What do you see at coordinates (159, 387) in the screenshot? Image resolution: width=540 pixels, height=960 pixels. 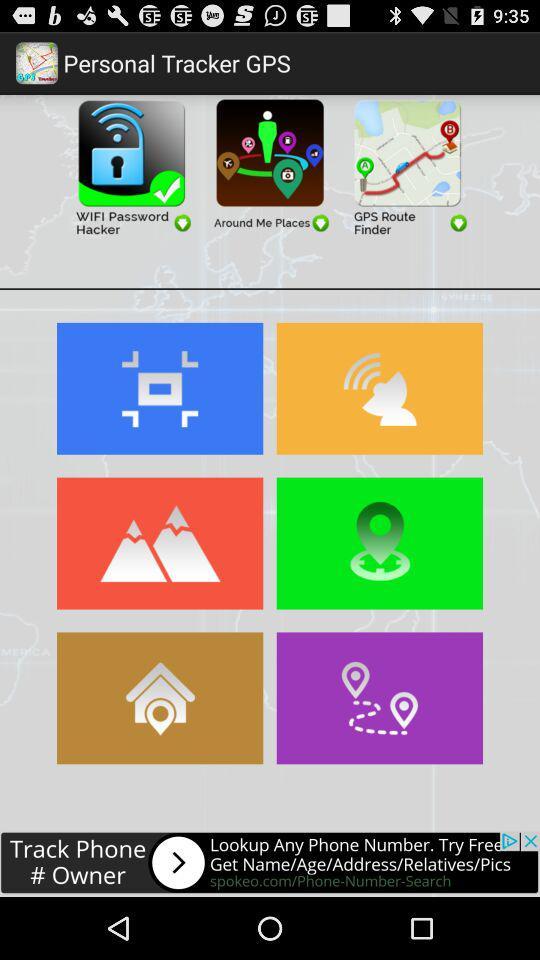 I see `fullscreen` at bounding box center [159, 387].